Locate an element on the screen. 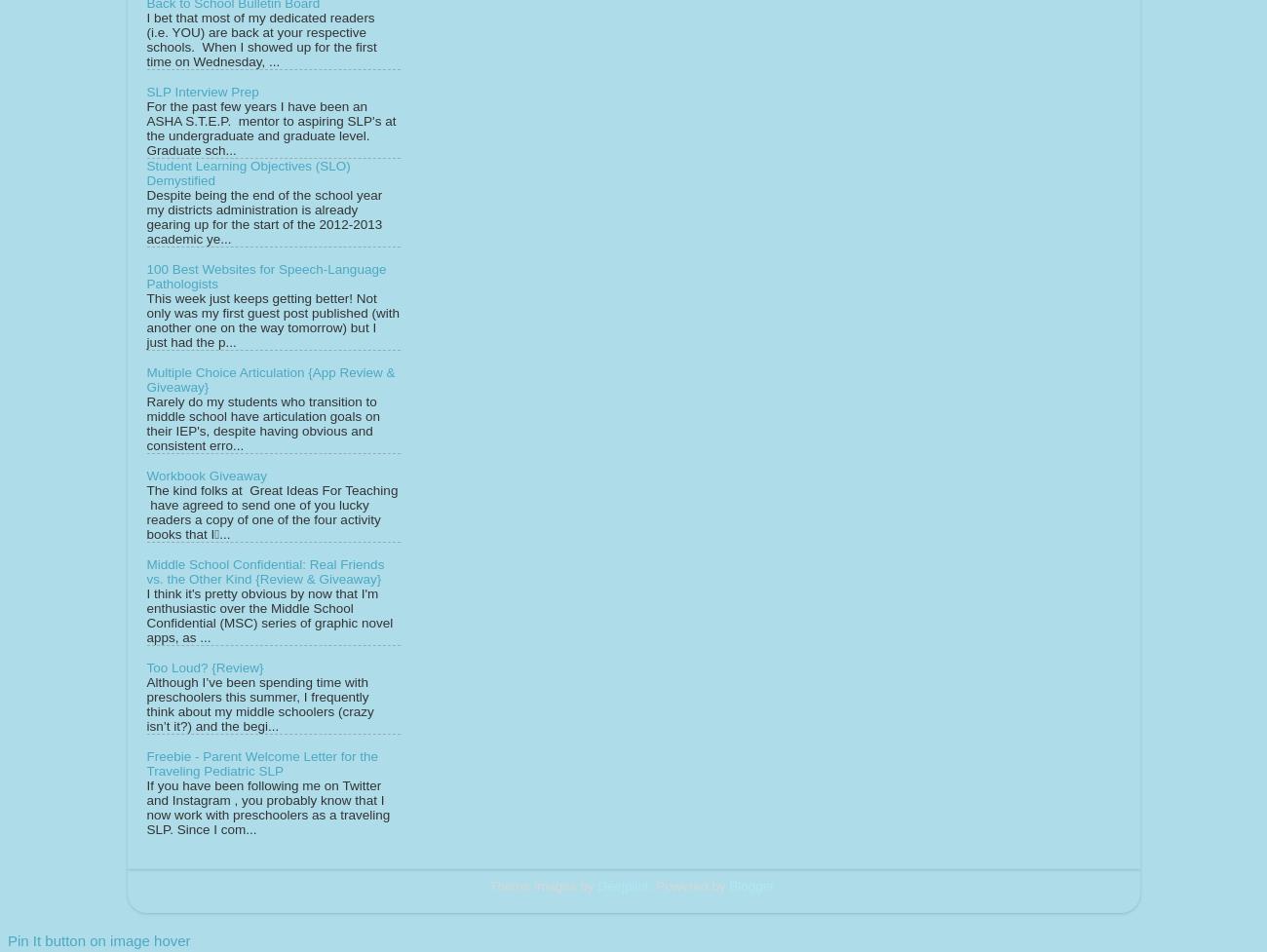 The width and height of the screenshot is (1267, 952). 'Multiple Choice Articulation {App Review & Giveaway}' is located at coordinates (270, 379).